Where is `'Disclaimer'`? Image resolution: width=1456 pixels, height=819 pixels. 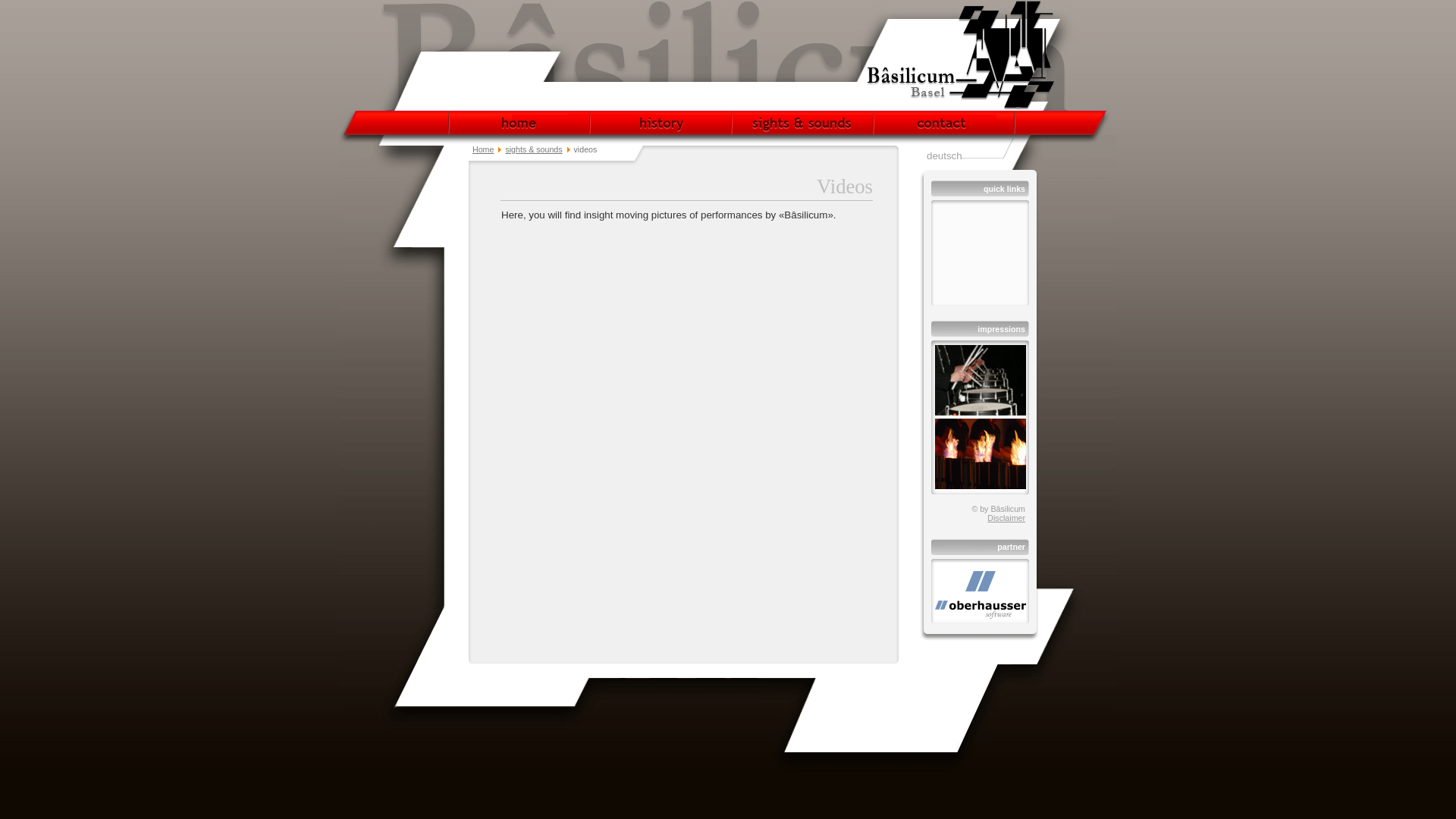
'Disclaimer' is located at coordinates (1006, 516).